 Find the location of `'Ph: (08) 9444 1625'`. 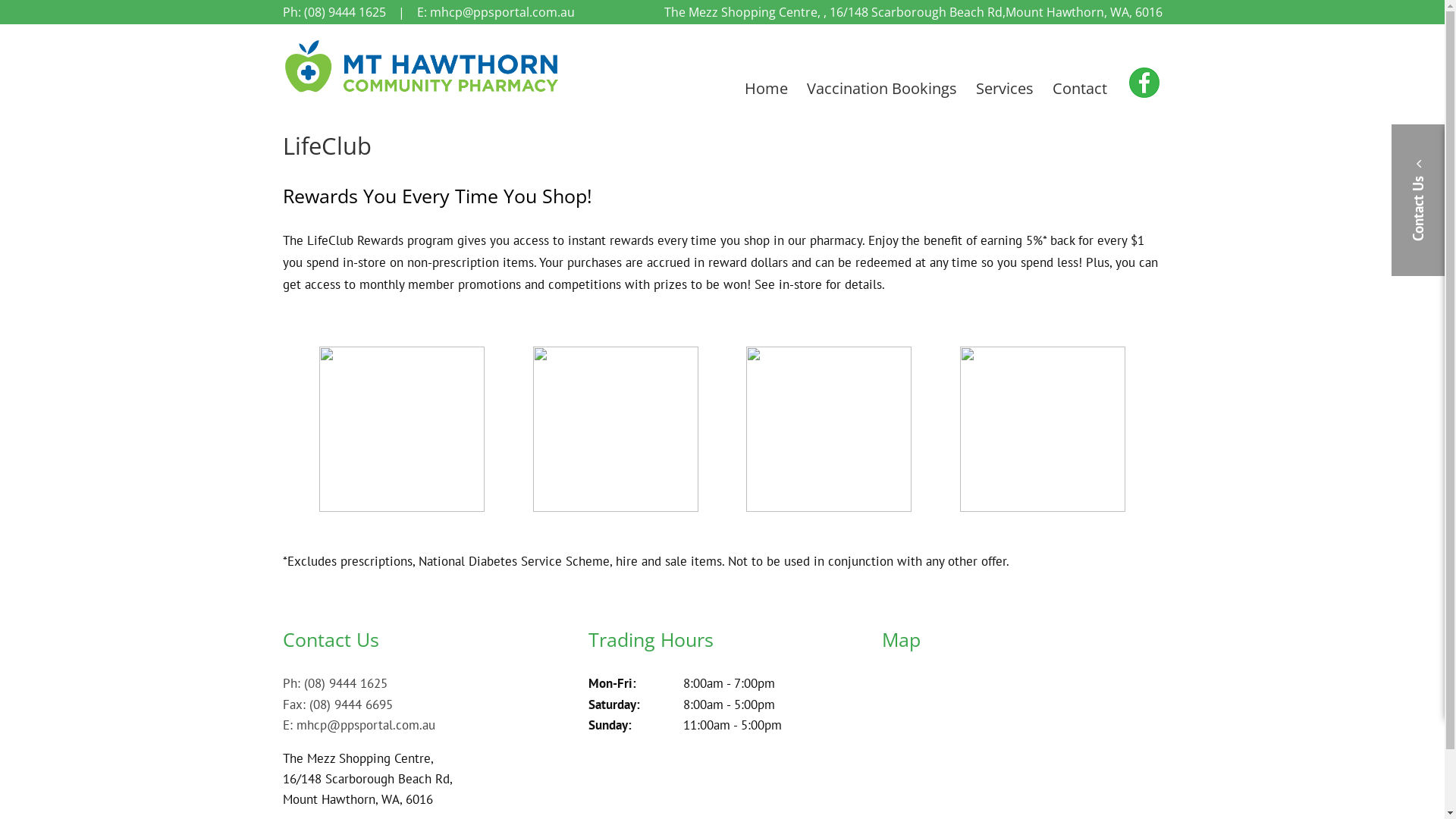

'Ph: (08) 9444 1625' is located at coordinates (282, 11).